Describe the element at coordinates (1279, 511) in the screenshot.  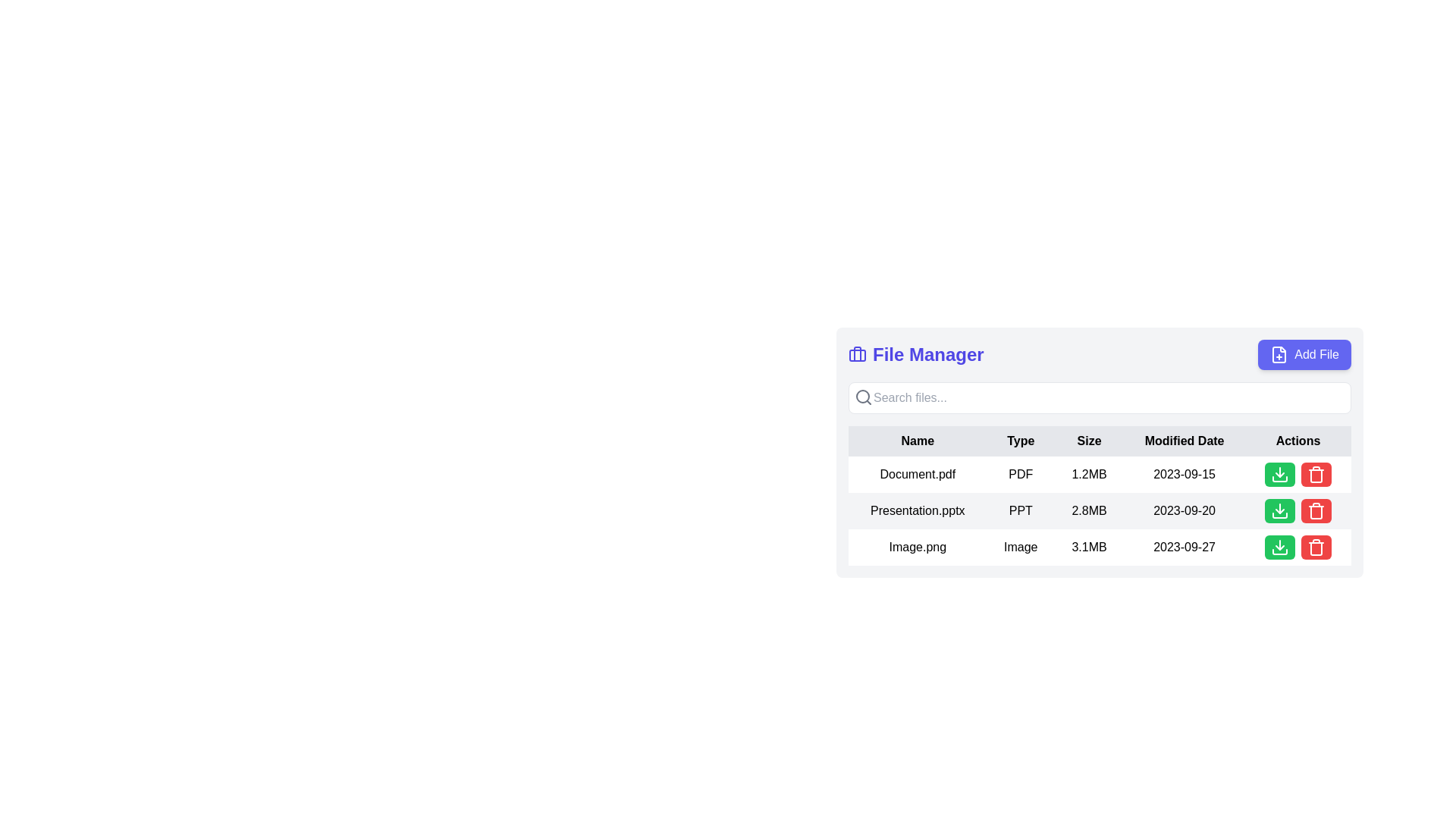
I see `the download button with a downward-pointing arrow embedded within a green rectangular button located in the 'Actions' column of the 'Presentation.pptx' row` at that location.